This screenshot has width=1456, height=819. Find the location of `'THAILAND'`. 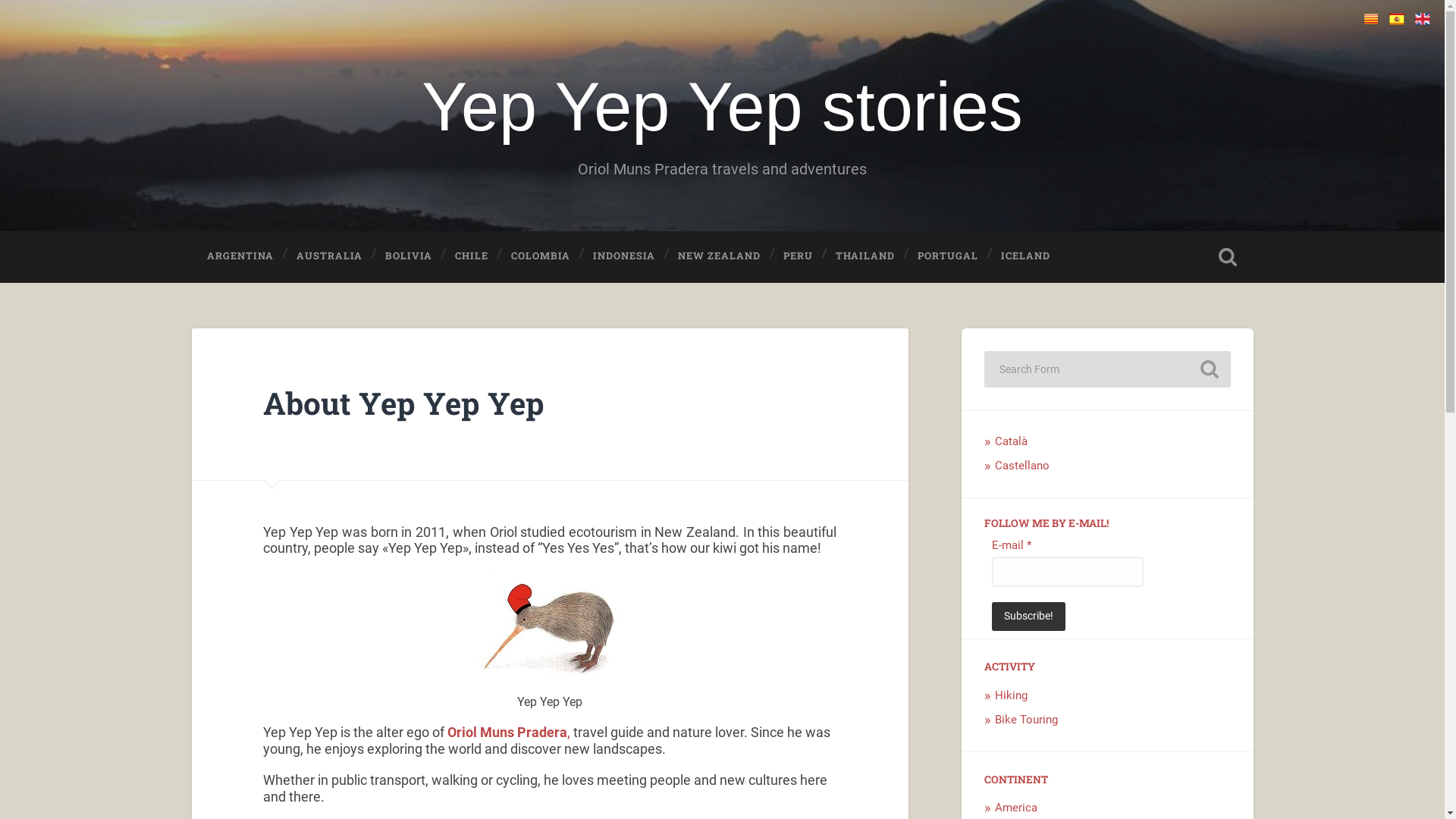

'THAILAND' is located at coordinates (865, 255).